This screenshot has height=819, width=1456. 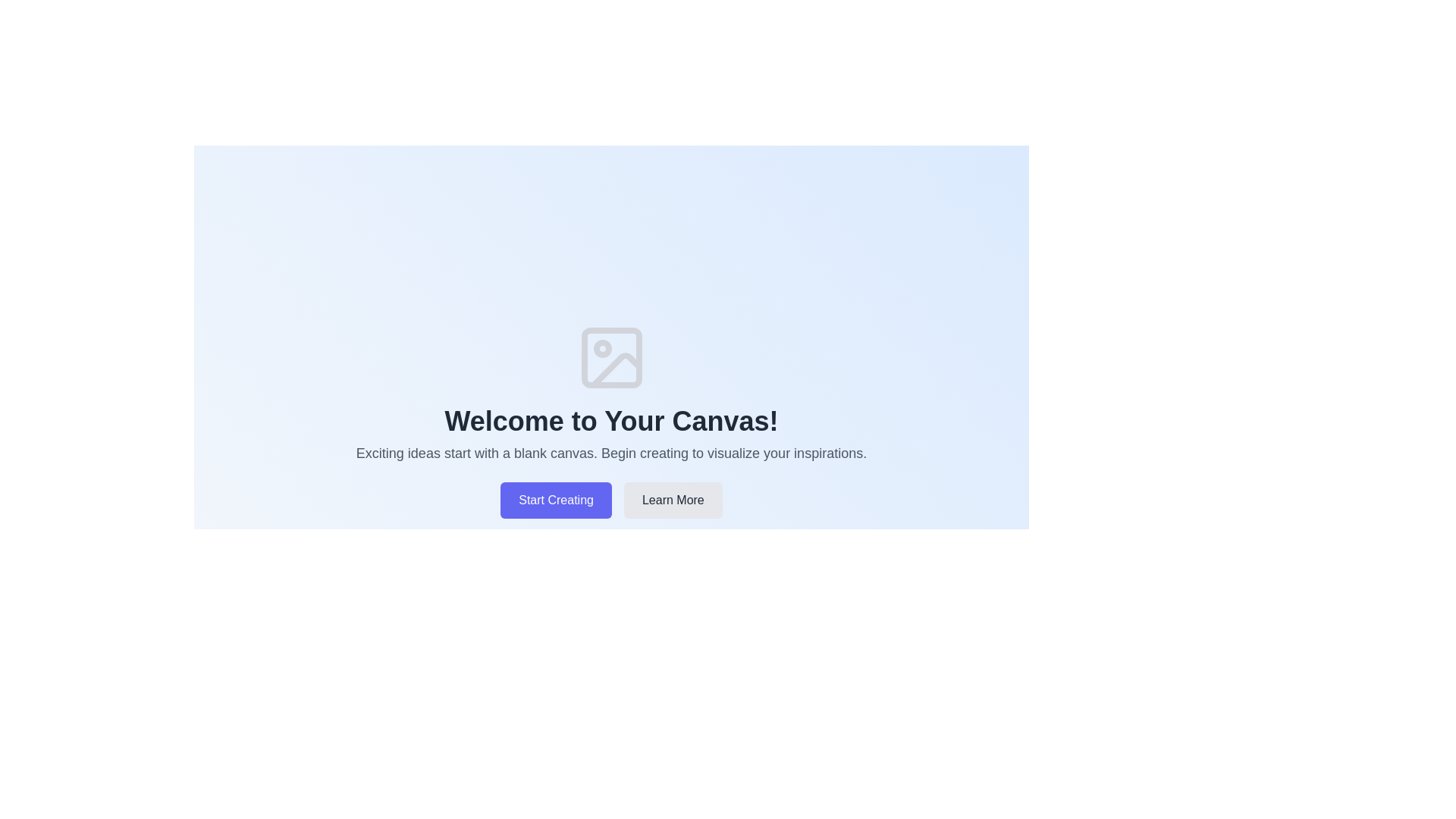 I want to click on the 'Learn More' button located at the bottom center of the page, so click(x=672, y=500).